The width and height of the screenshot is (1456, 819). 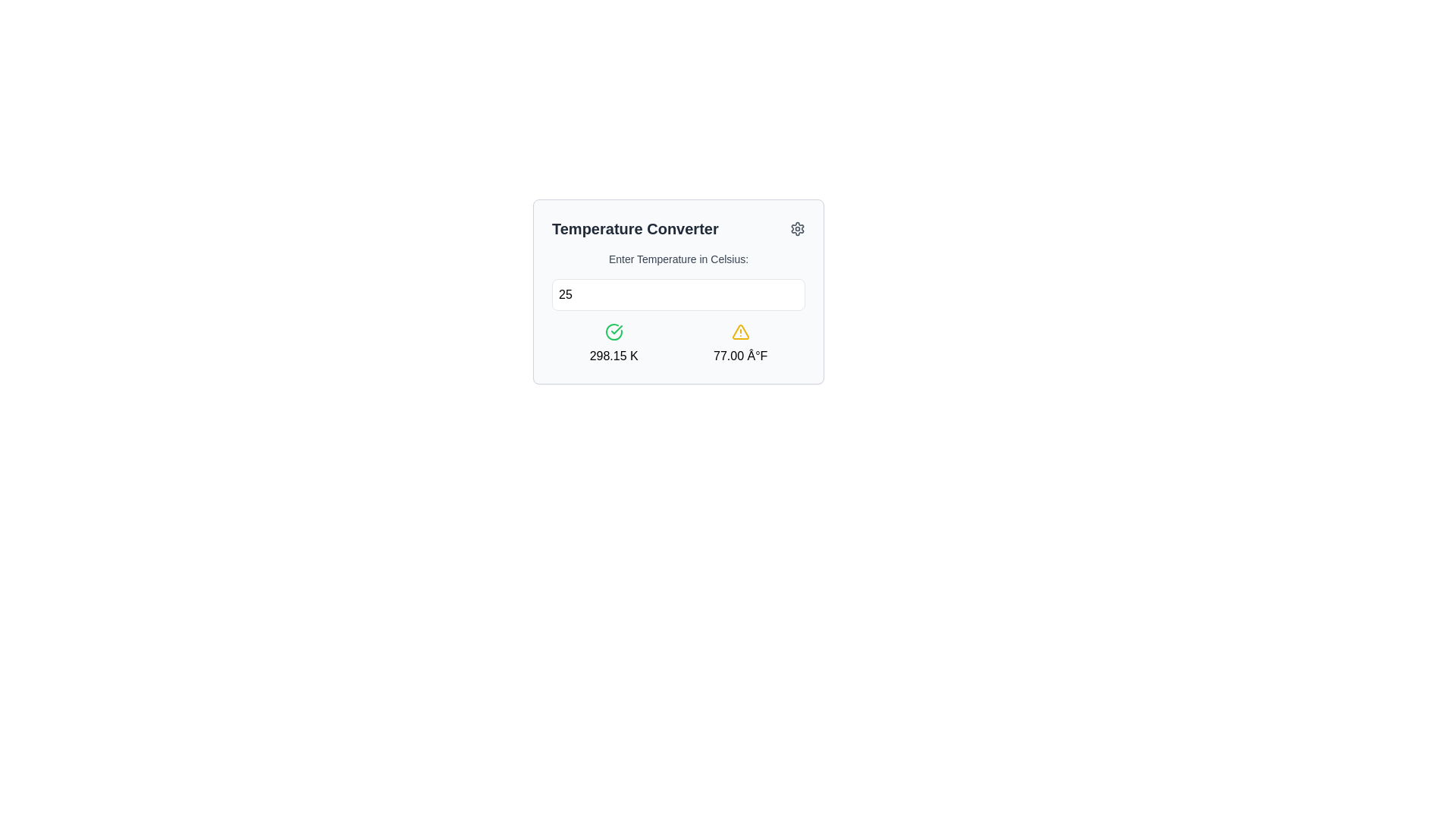 I want to click on the displayed warning icon associated with the second temperature display that shows a temperature value in Fahrenheit, so click(x=740, y=344).